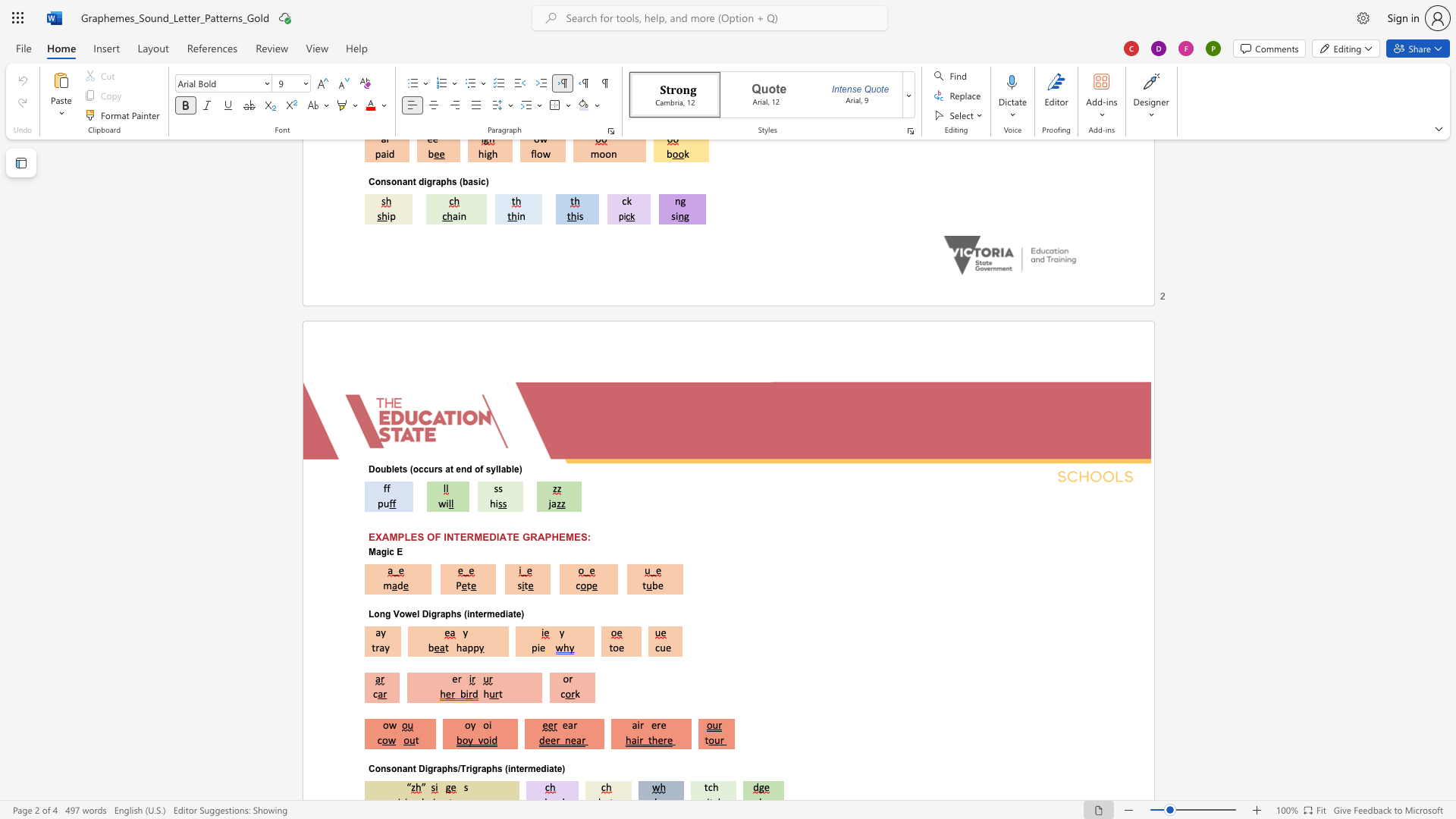 The width and height of the screenshot is (1456, 819). Describe the element at coordinates (433, 613) in the screenshot. I see `the 2th character "g" in the text` at that location.